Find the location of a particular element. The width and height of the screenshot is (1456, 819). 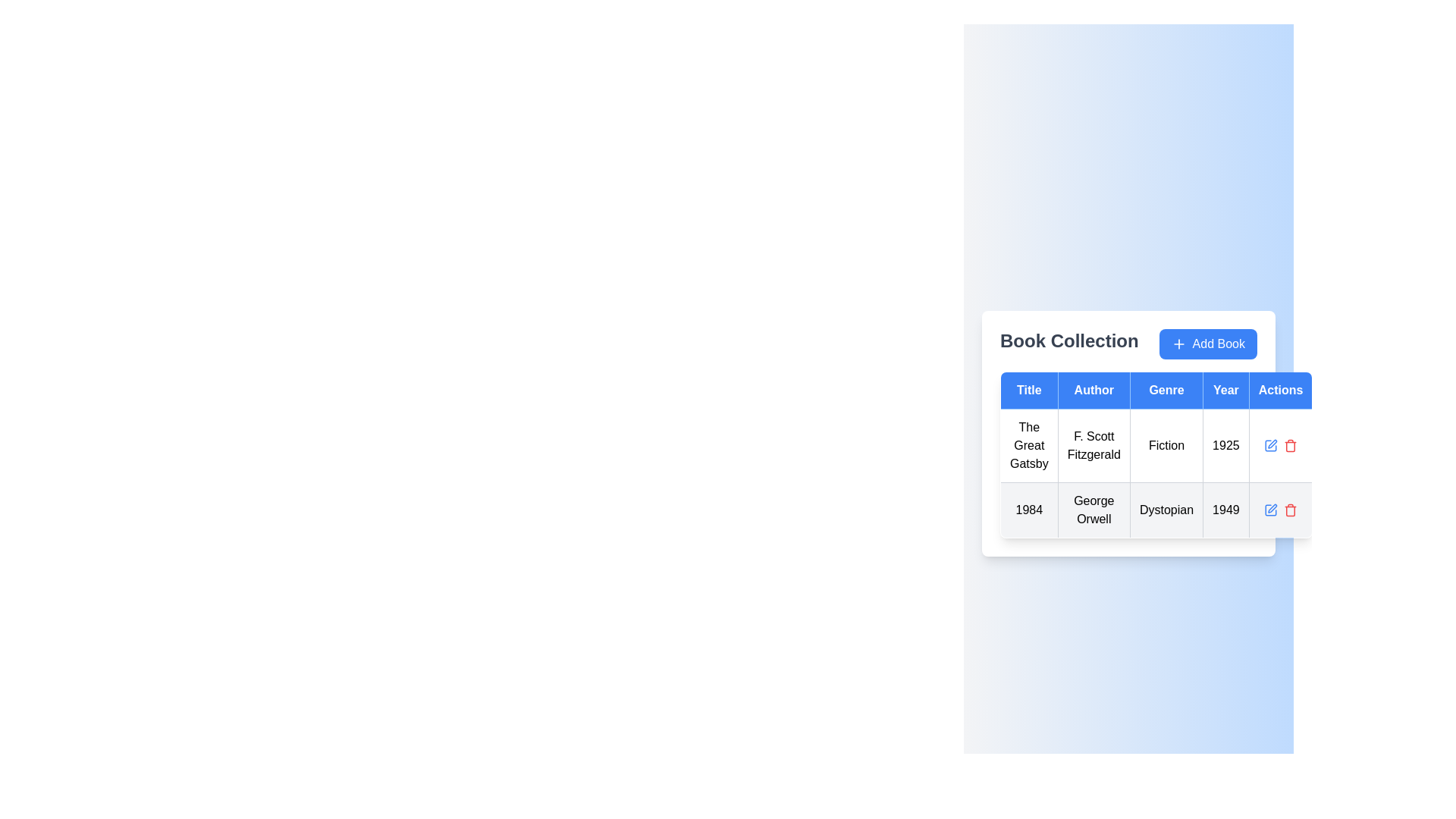

the Table Header with blue background and white text labeled 'Actions', which is the fifth and last column header in the 'Book Collection' section is located at coordinates (1280, 390).